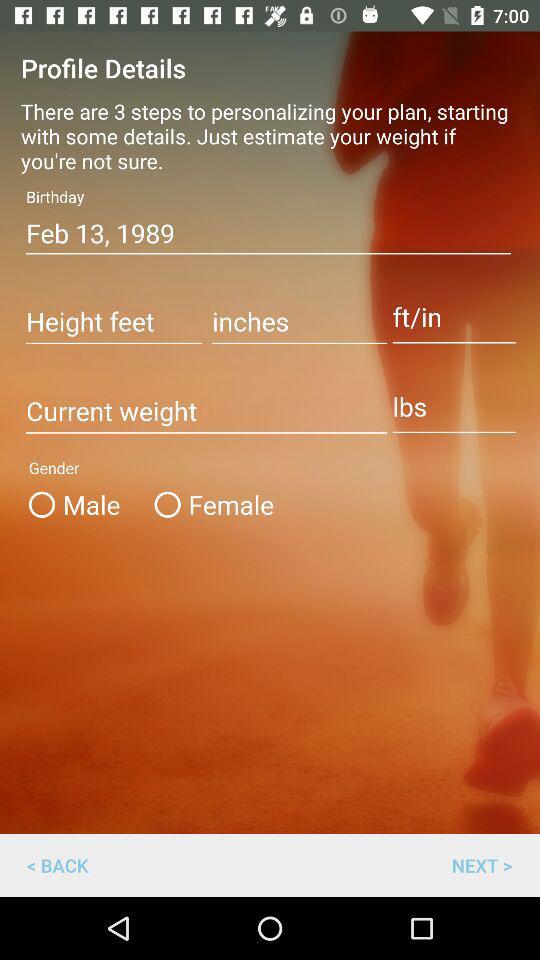  I want to click on item next to the male, so click(209, 503).